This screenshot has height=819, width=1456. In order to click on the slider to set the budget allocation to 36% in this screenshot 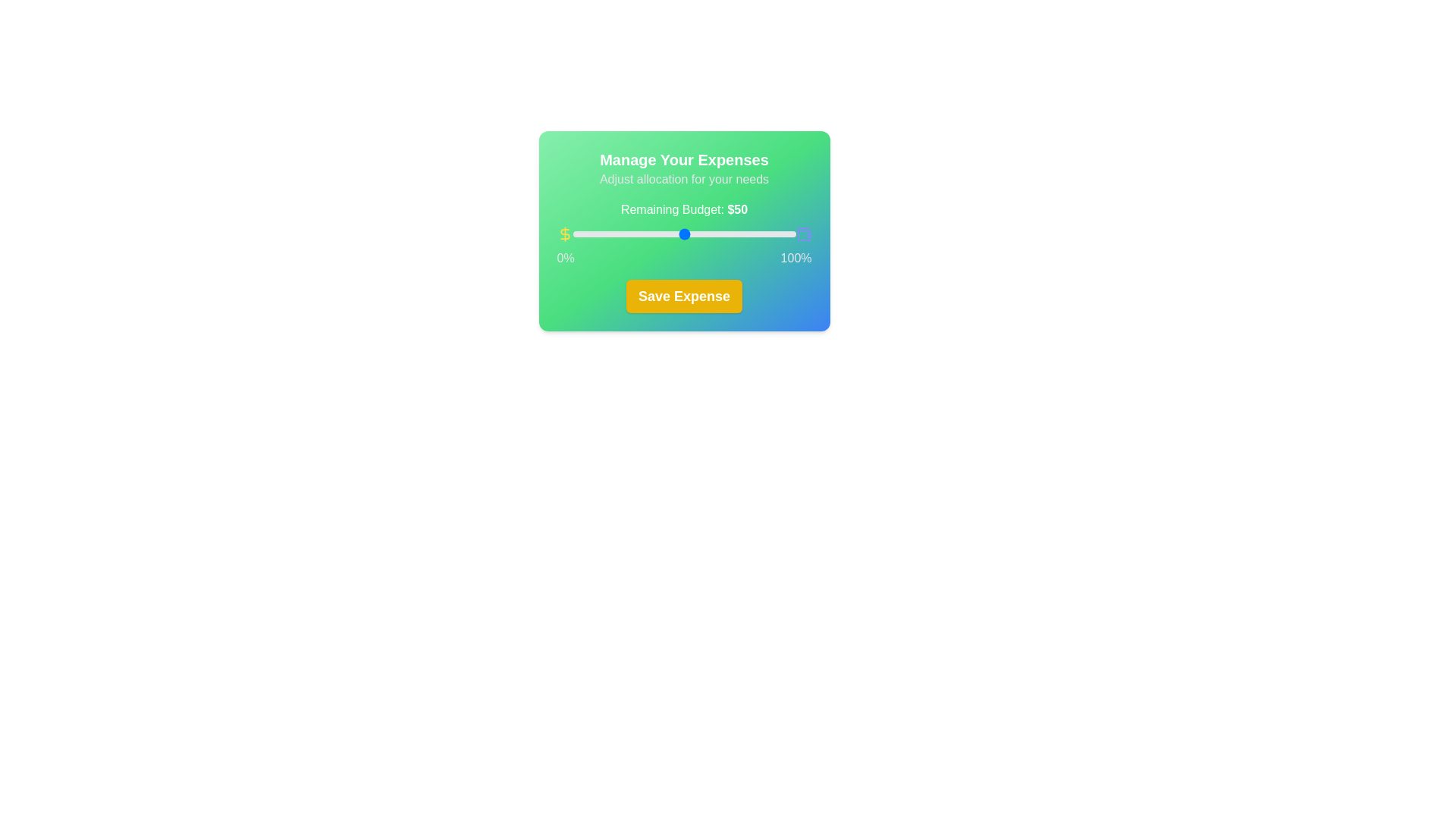, I will do `click(653, 234)`.